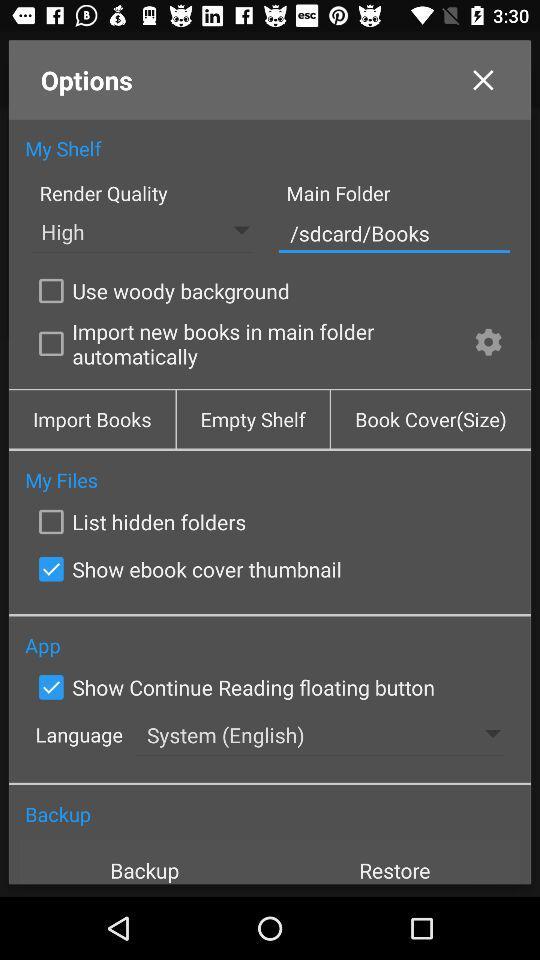 Image resolution: width=540 pixels, height=960 pixels. Describe the element at coordinates (395, 861) in the screenshot. I see `restore item` at that location.